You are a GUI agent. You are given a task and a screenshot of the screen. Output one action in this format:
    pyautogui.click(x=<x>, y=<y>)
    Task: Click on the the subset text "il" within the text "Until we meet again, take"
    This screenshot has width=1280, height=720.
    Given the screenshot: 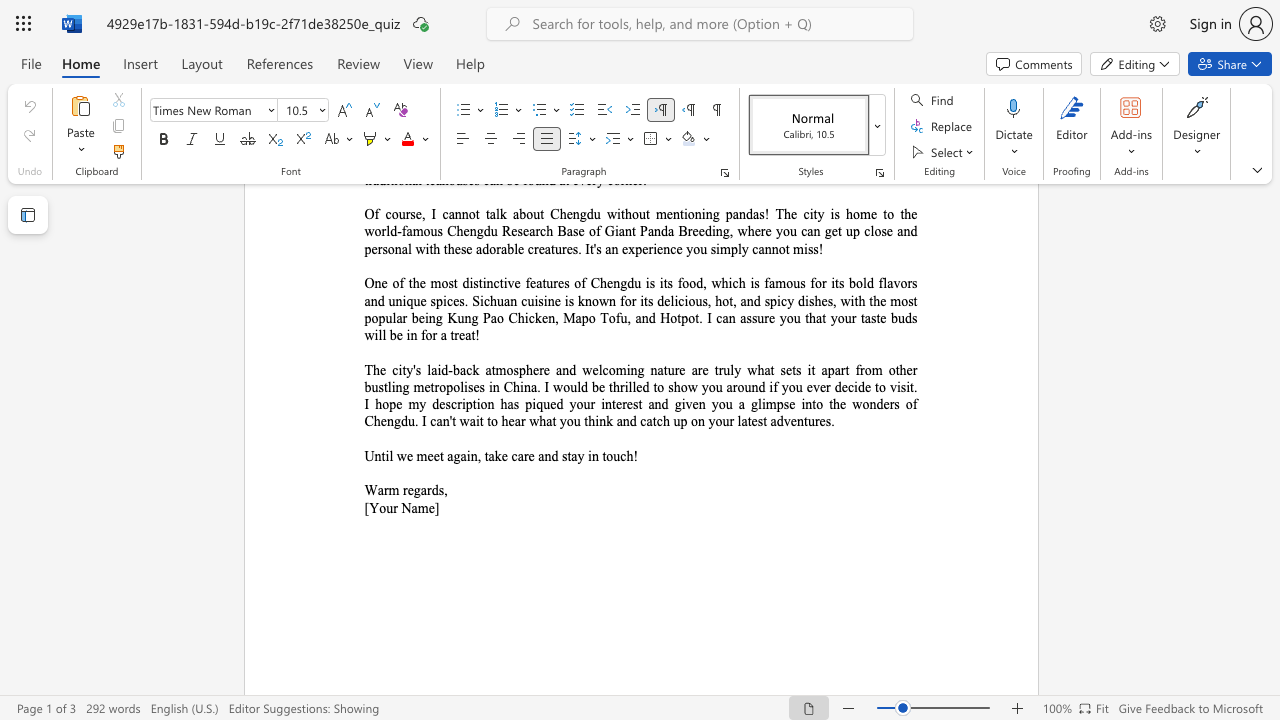 What is the action you would take?
    pyautogui.click(x=385, y=456)
    